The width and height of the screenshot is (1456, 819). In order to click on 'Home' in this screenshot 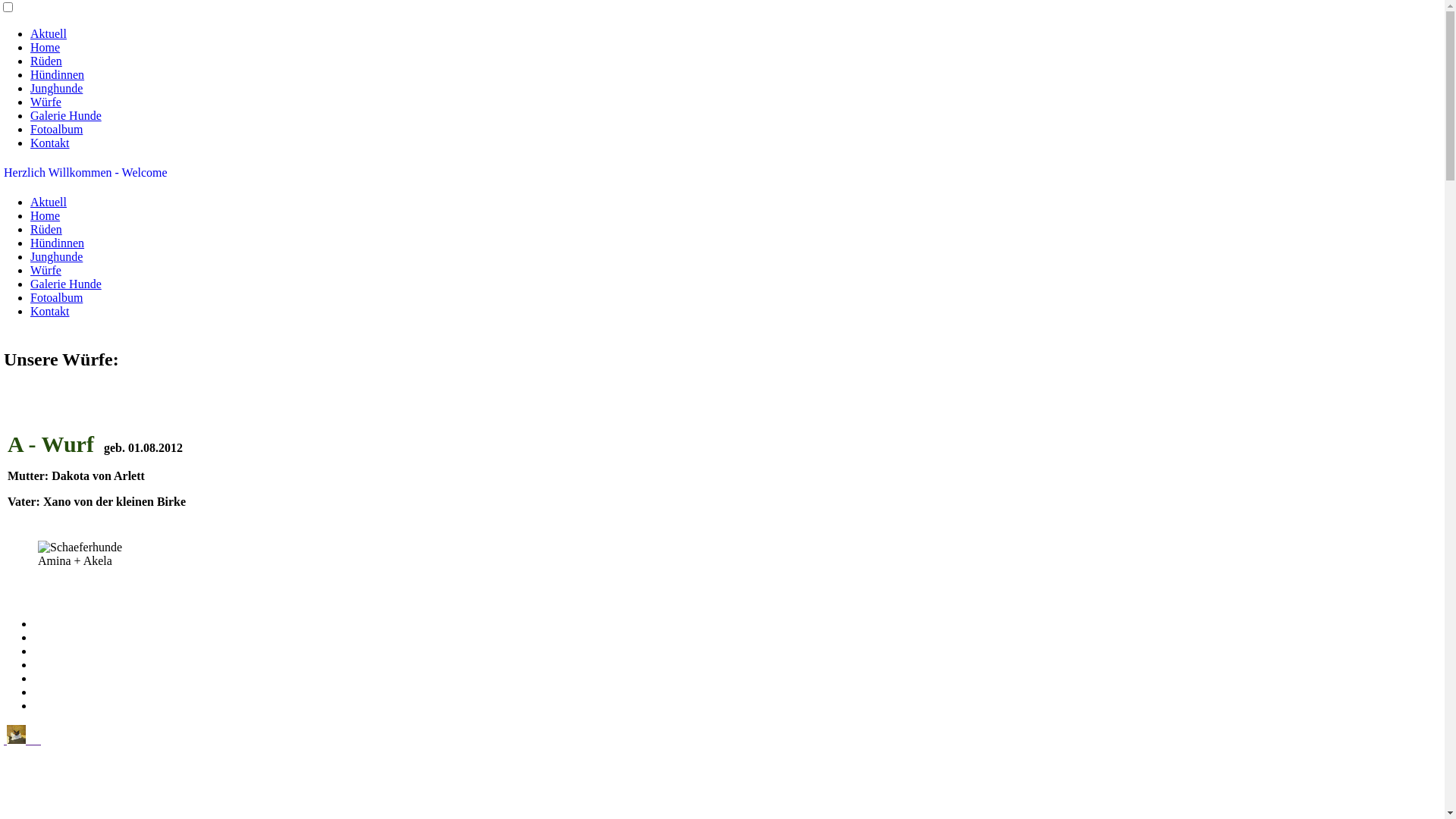, I will do `click(45, 46)`.